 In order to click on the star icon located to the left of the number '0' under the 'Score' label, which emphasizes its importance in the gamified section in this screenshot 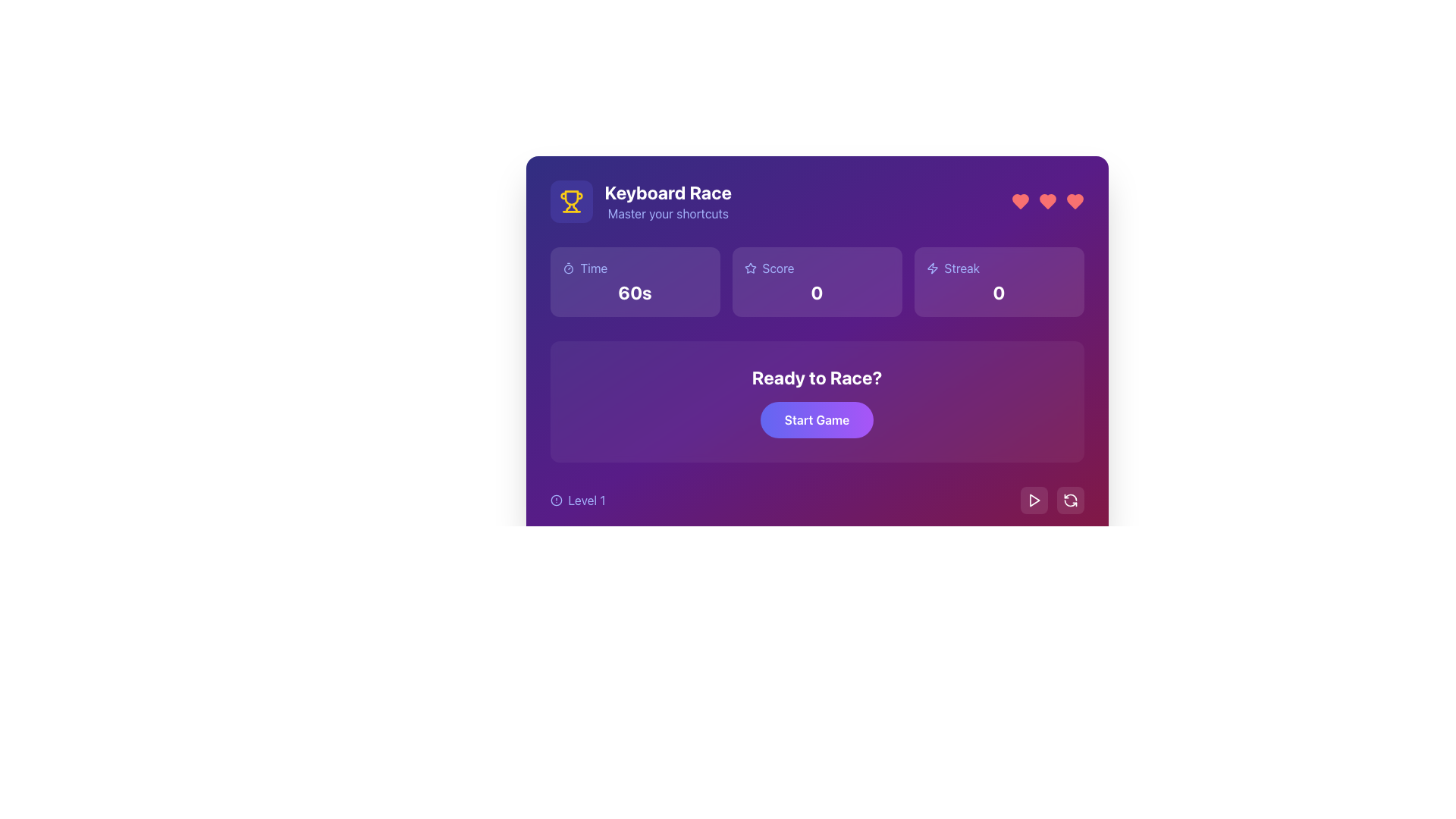, I will do `click(750, 268)`.